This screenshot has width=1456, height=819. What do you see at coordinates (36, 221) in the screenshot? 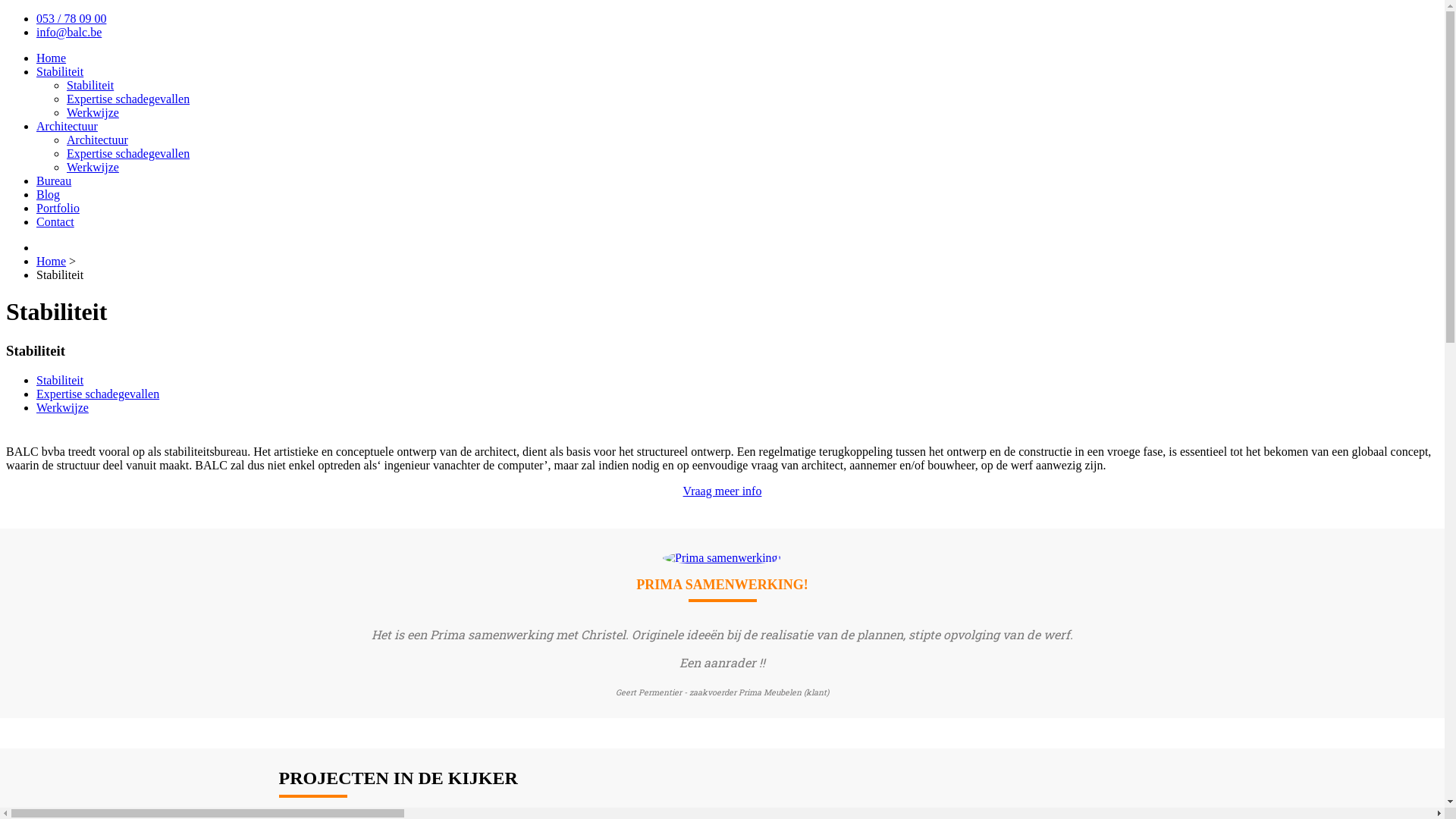
I see `'Contact'` at bounding box center [36, 221].